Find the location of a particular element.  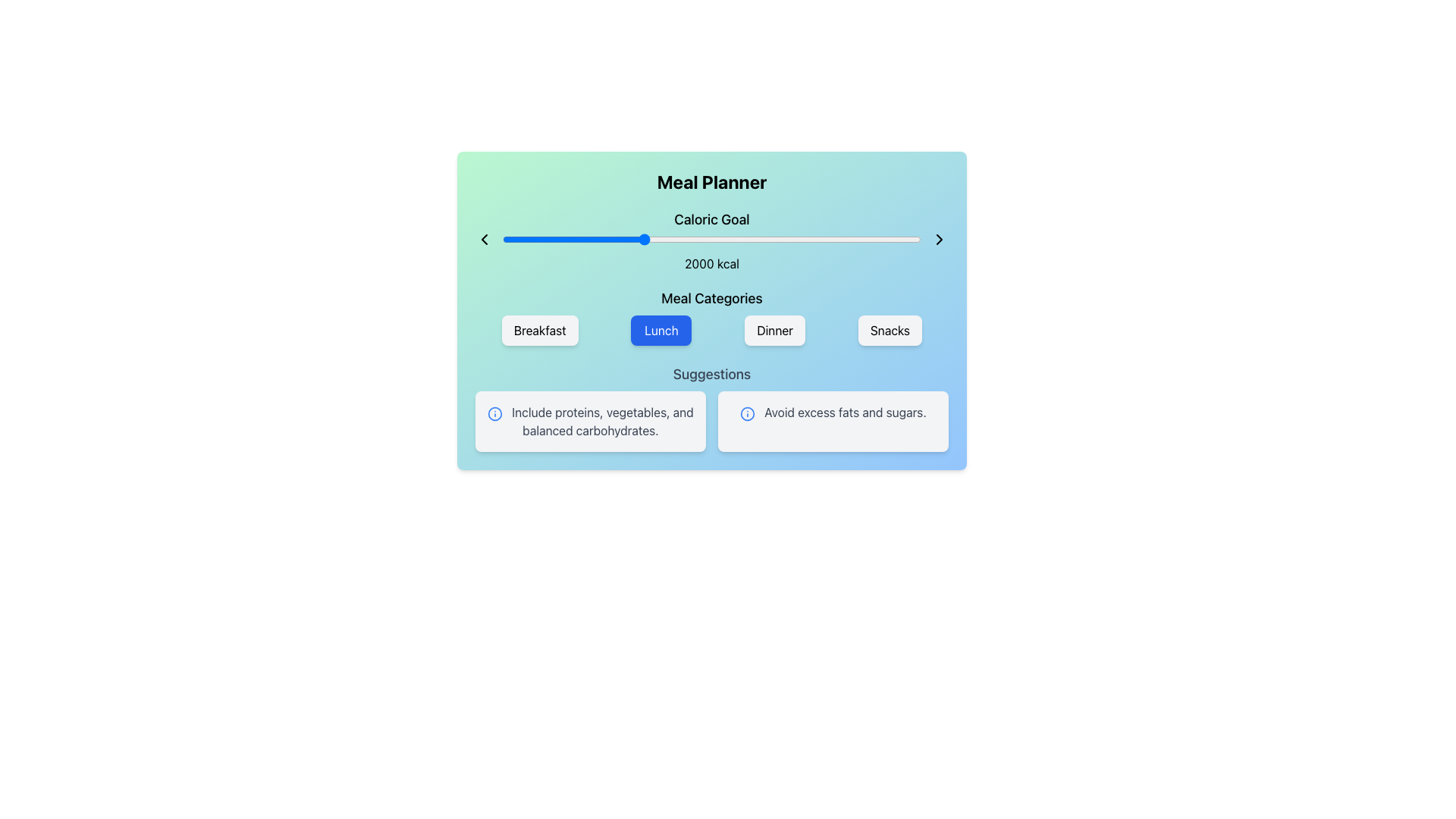

caloric goal is located at coordinates (542, 239).